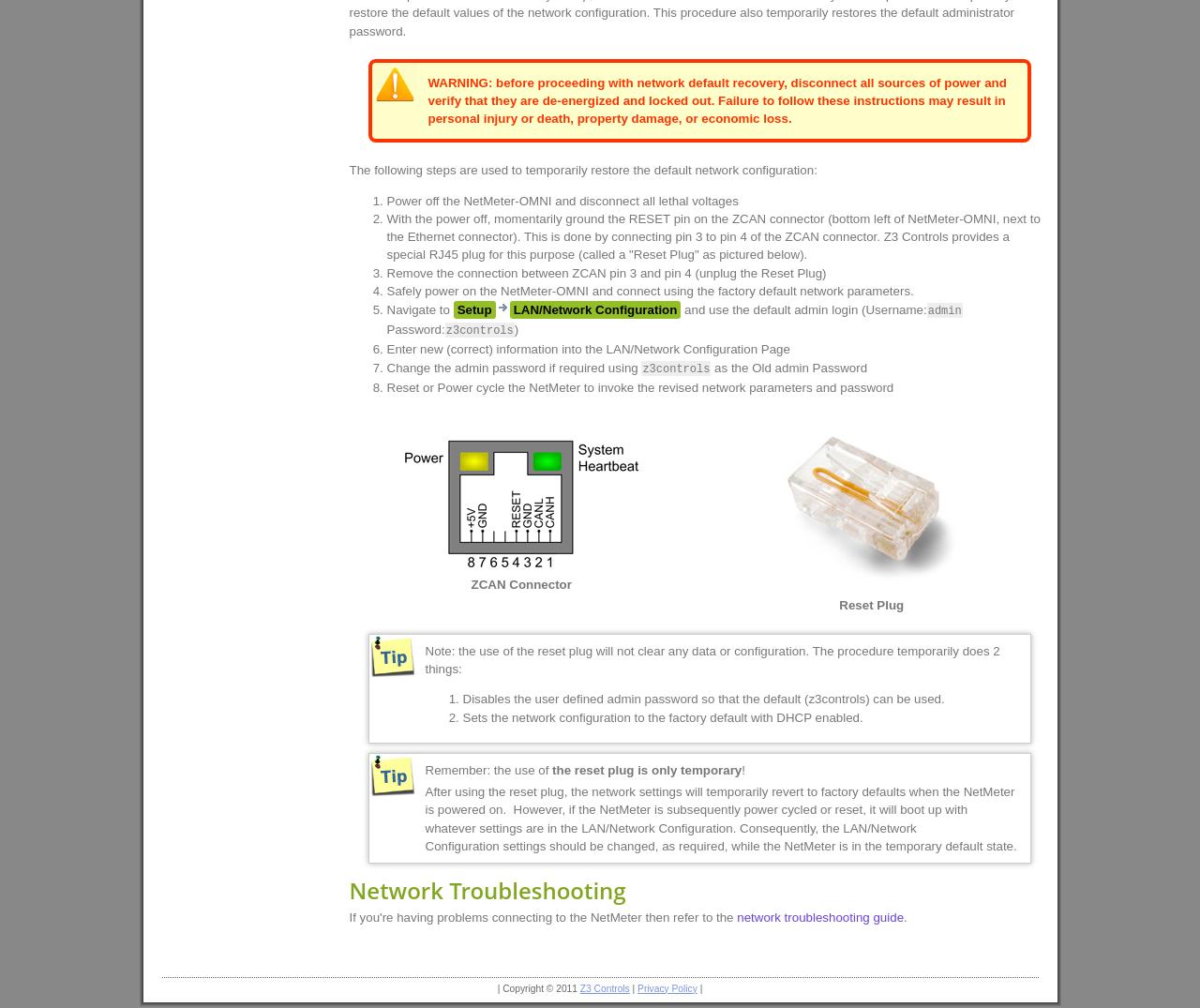 This screenshot has height=1008, width=1200. Describe the element at coordinates (712, 236) in the screenshot. I see `'With the power off, momentarily ground the RESET pin on the ZCAN connector (bottom left of NetMeter-OMNI, next to the Ethernet connector). This is done by connecting pin 3 to pin 4 of the ZCAN connector. Z3 Controls provides a special RJ45 plug for this purpose (called a "Reset Plug" as pictured below).'` at that location.